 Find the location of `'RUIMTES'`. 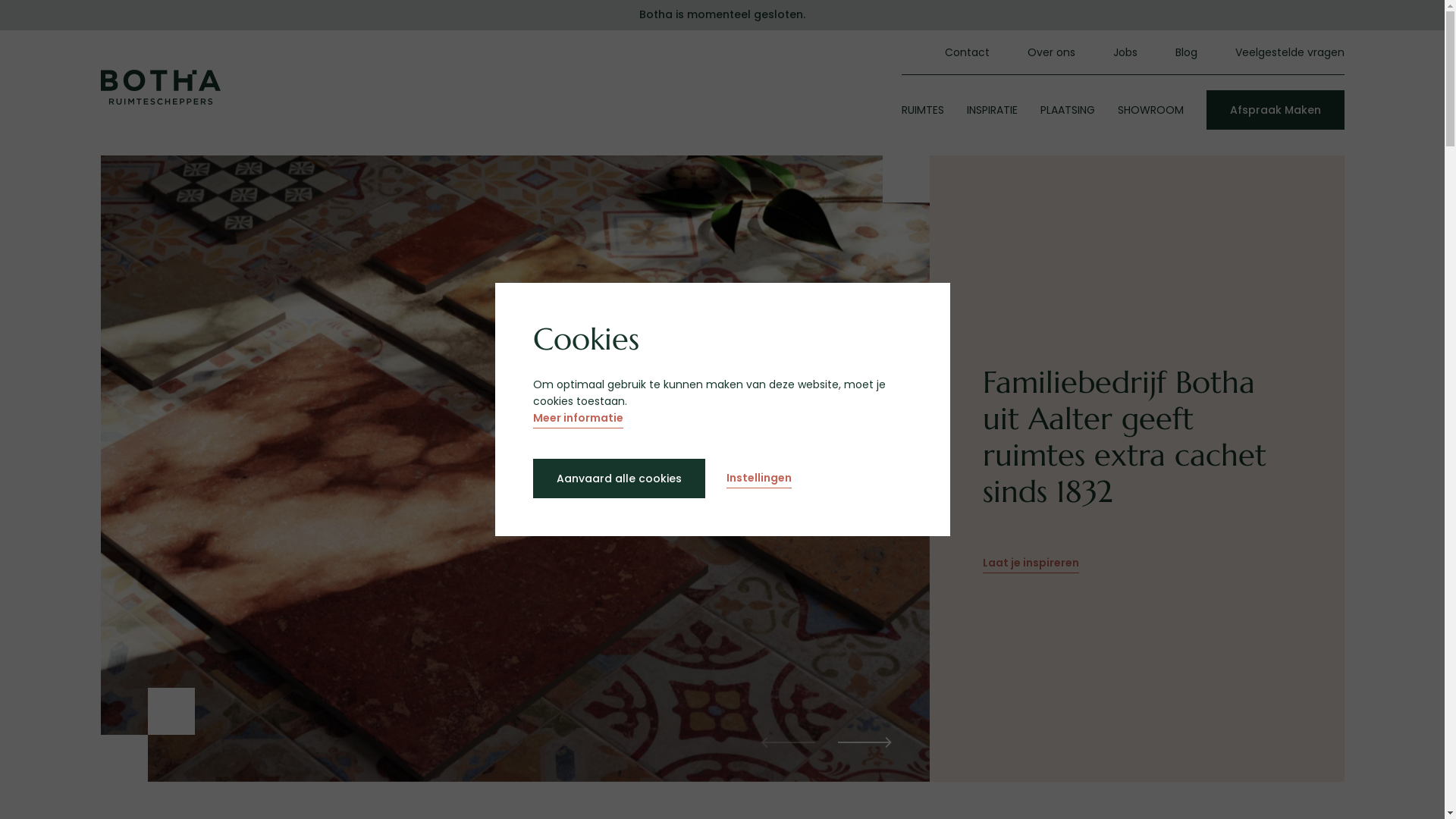

'RUIMTES' is located at coordinates (921, 109).